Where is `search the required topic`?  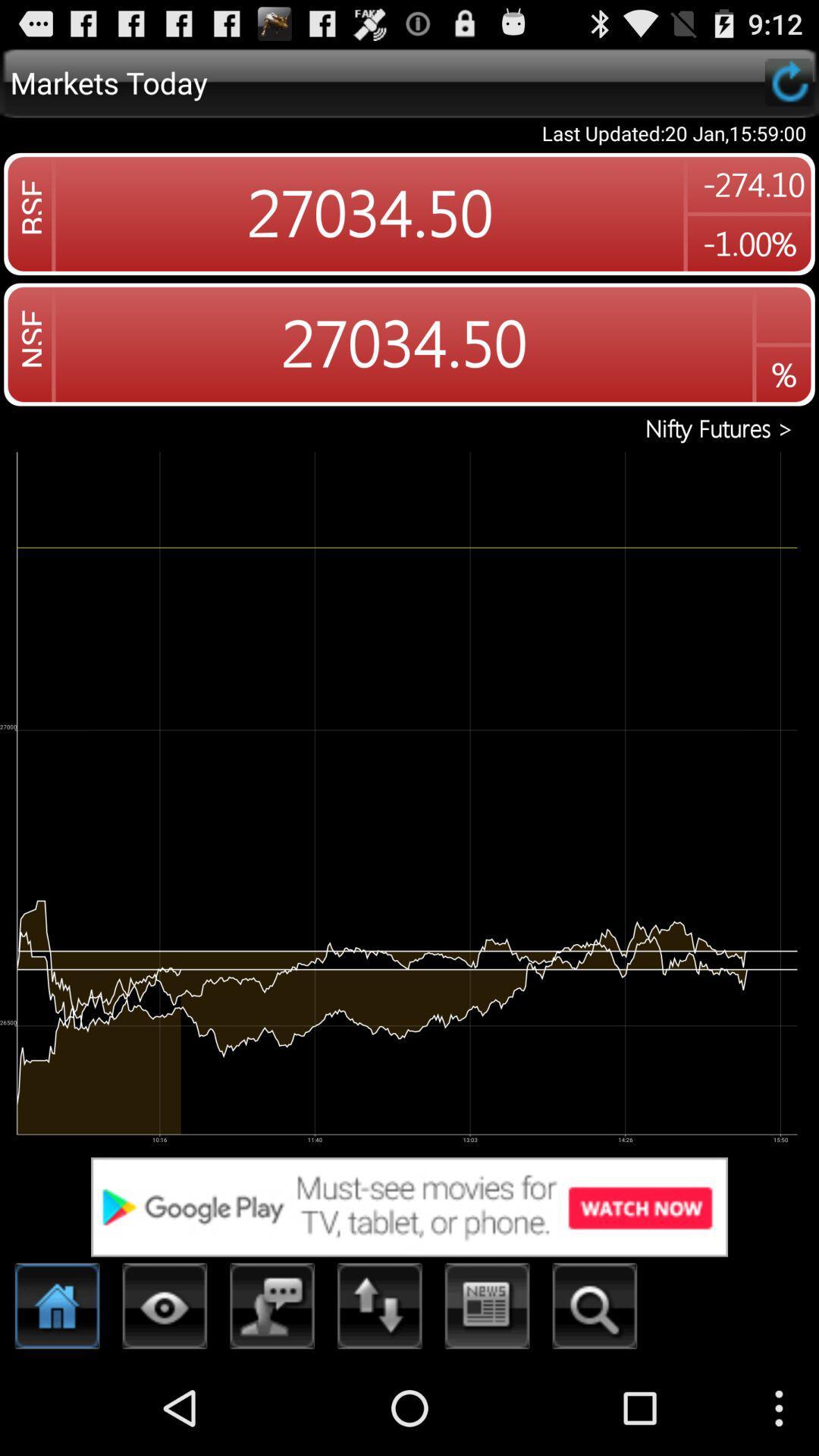
search the required topic is located at coordinates (594, 1310).